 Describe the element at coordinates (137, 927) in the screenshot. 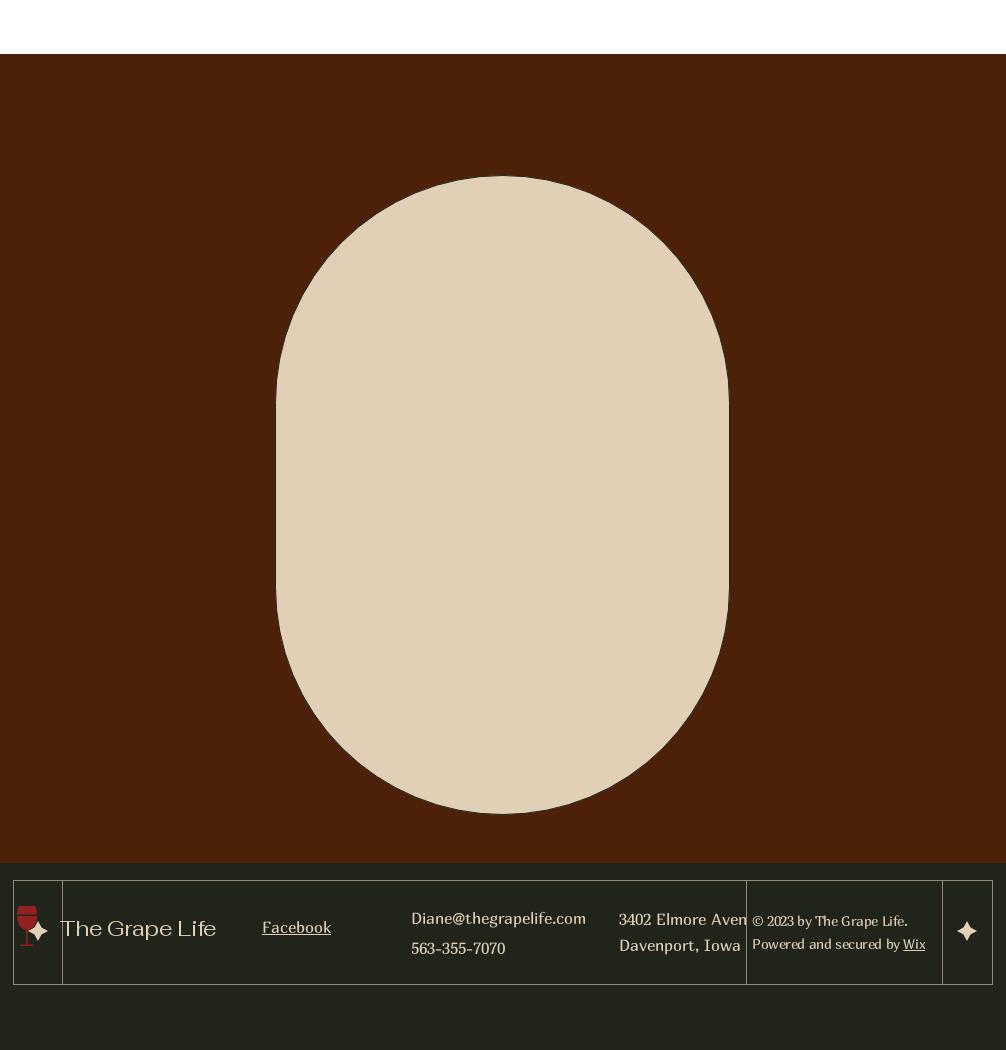

I see `'The Grape Life'` at that location.